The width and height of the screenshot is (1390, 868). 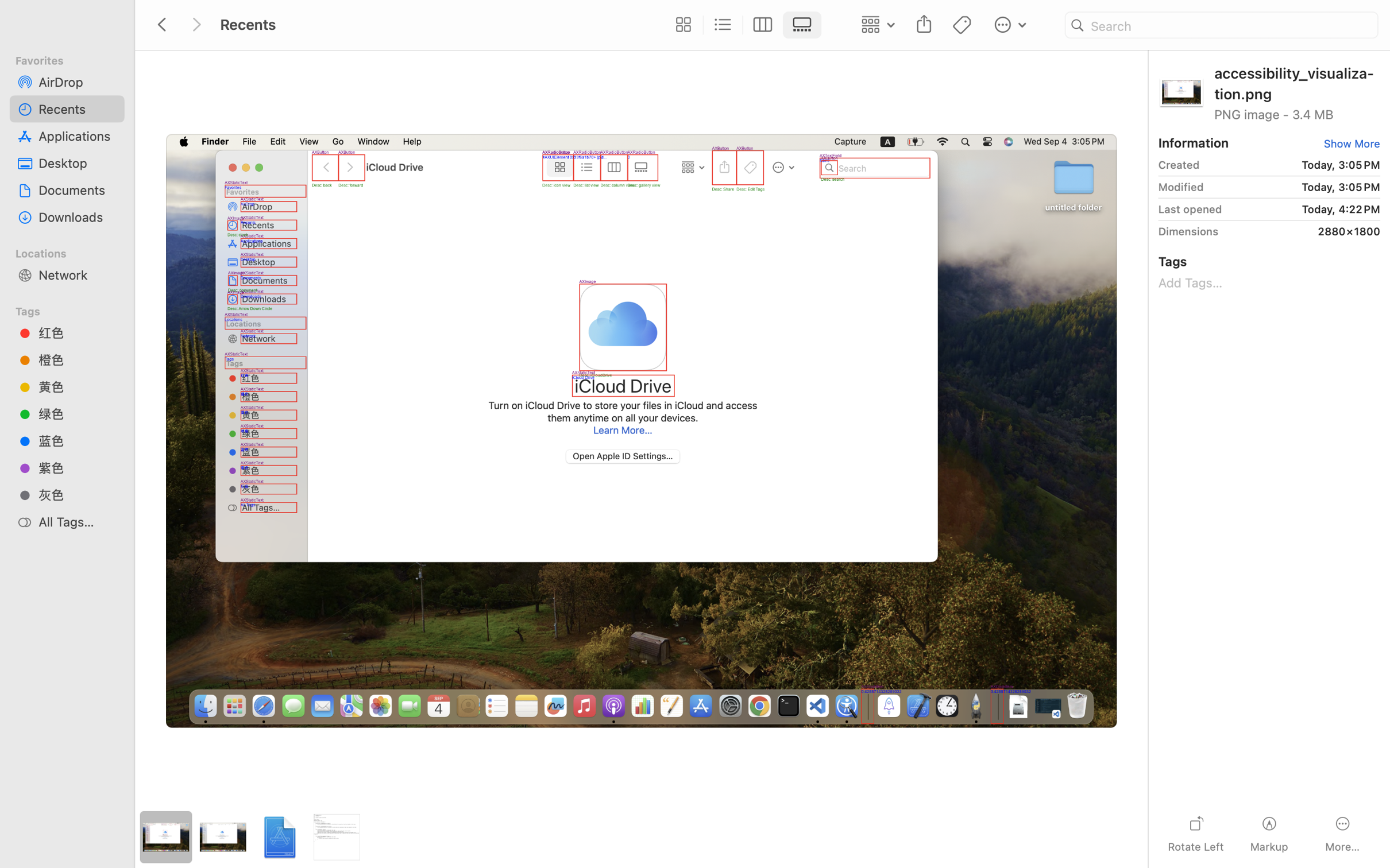 What do you see at coordinates (72, 251) in the screenshot?
I see `'Locations'` at bounding box center [72, 251].